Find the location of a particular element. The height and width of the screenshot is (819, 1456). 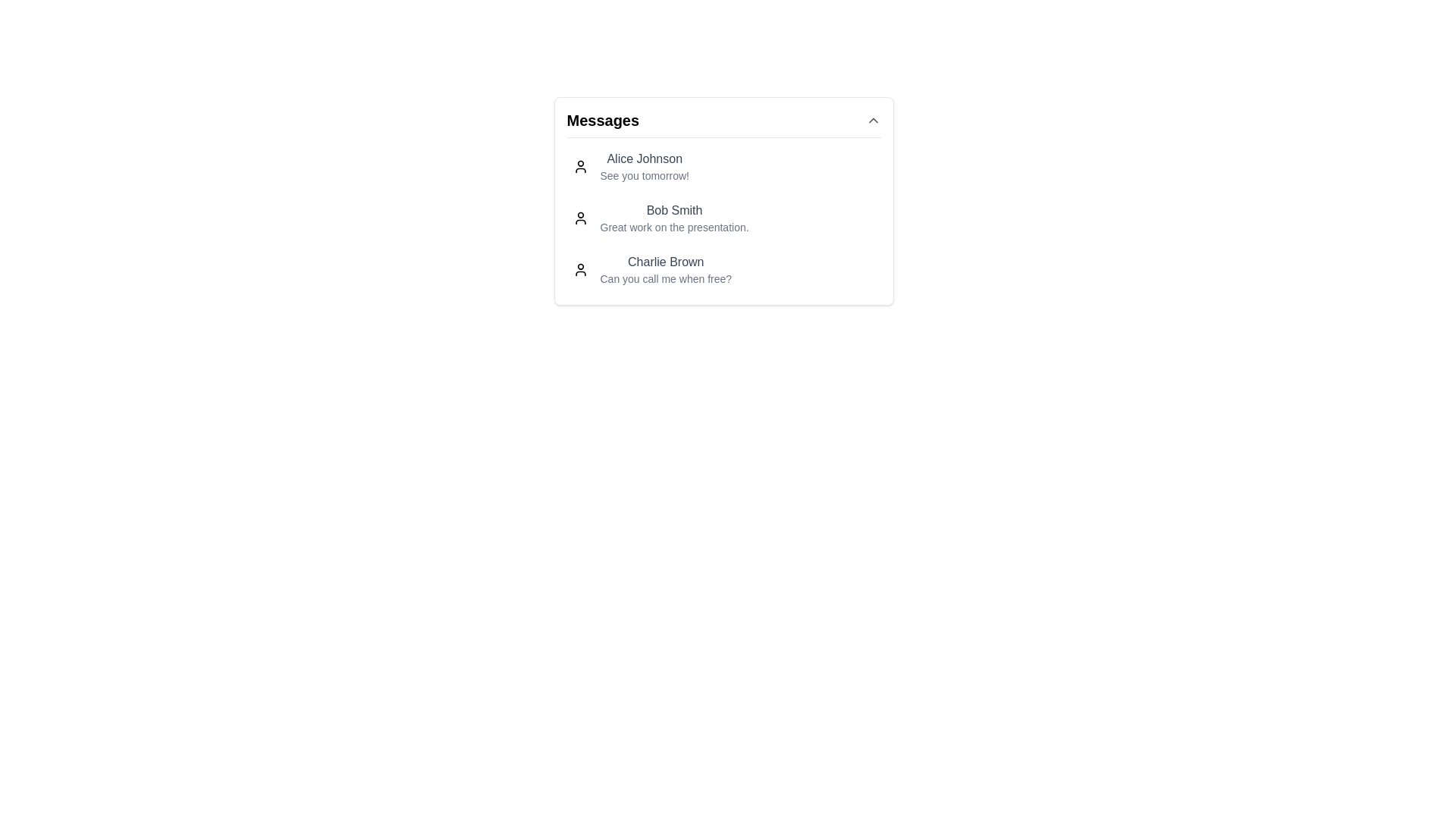

the user profile icon representing 'Alice Johnson' located on the topmost row, aligned to the left of the text 'Alice Johnson' and 'See you tomorrow!' is located at coordinates (579, 166).